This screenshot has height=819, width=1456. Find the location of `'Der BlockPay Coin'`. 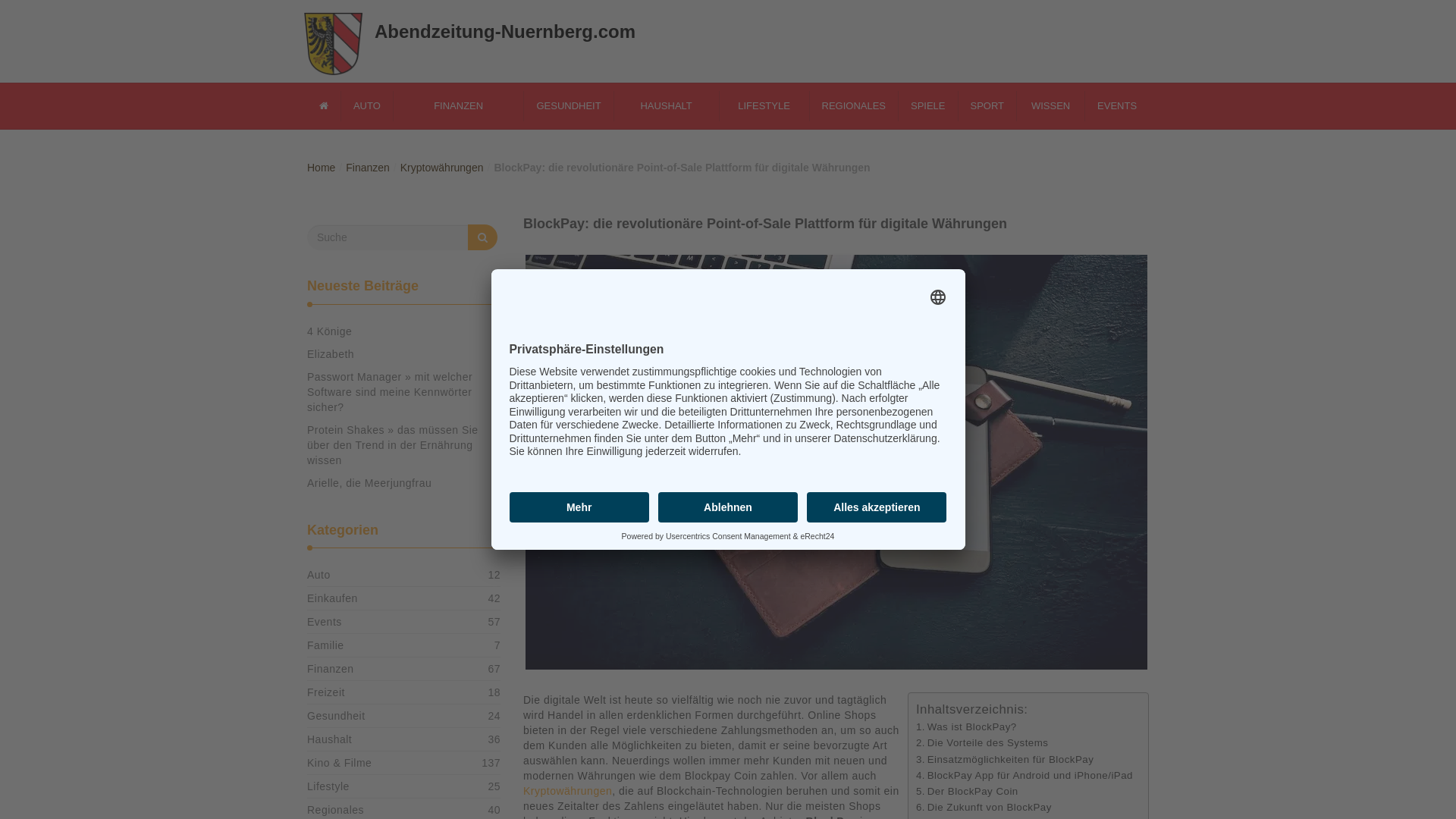

'Der BlockPay Coin' is located at coordinates (960, 790).